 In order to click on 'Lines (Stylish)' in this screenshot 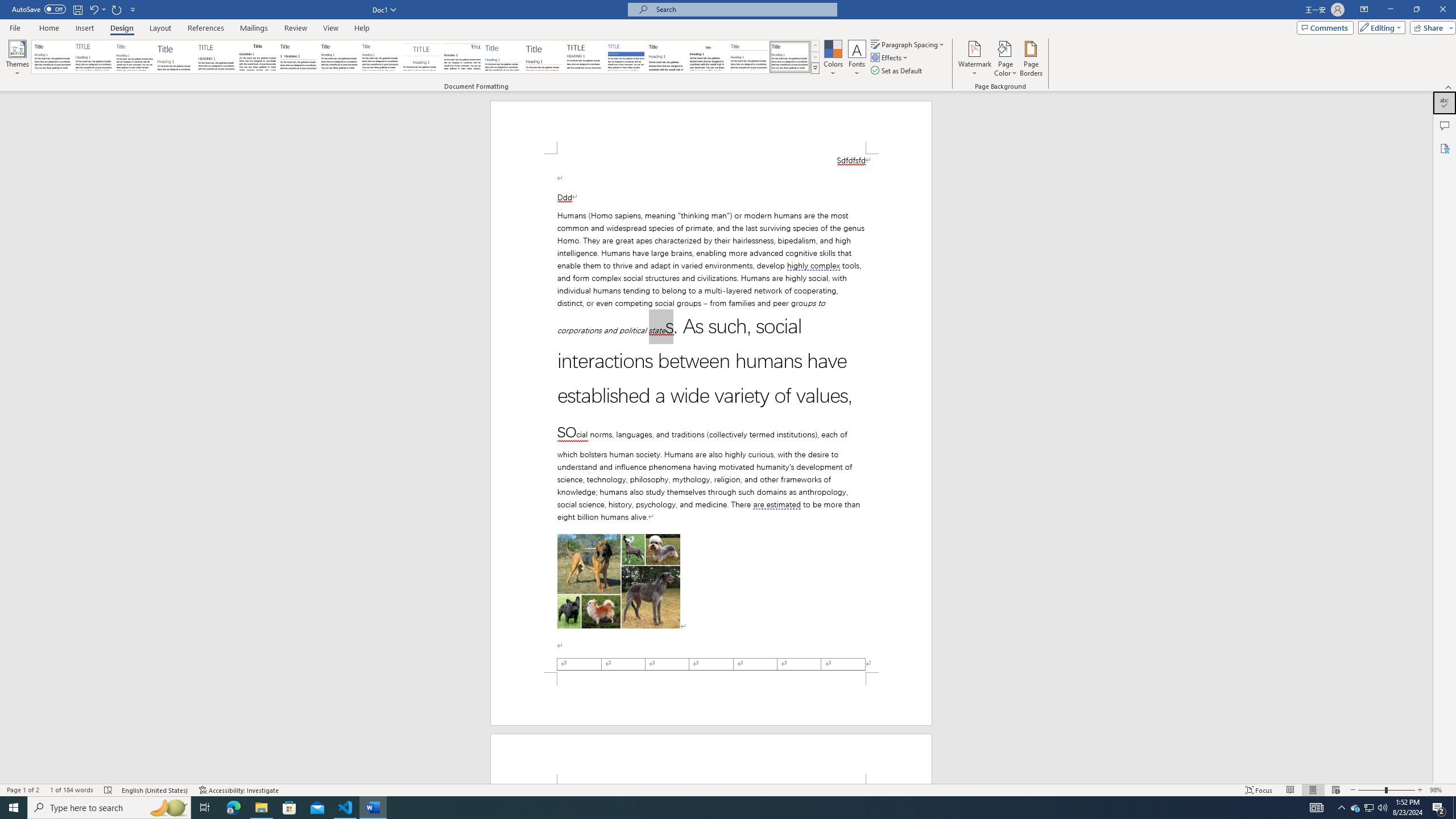, I will do `click(544, 56)`.